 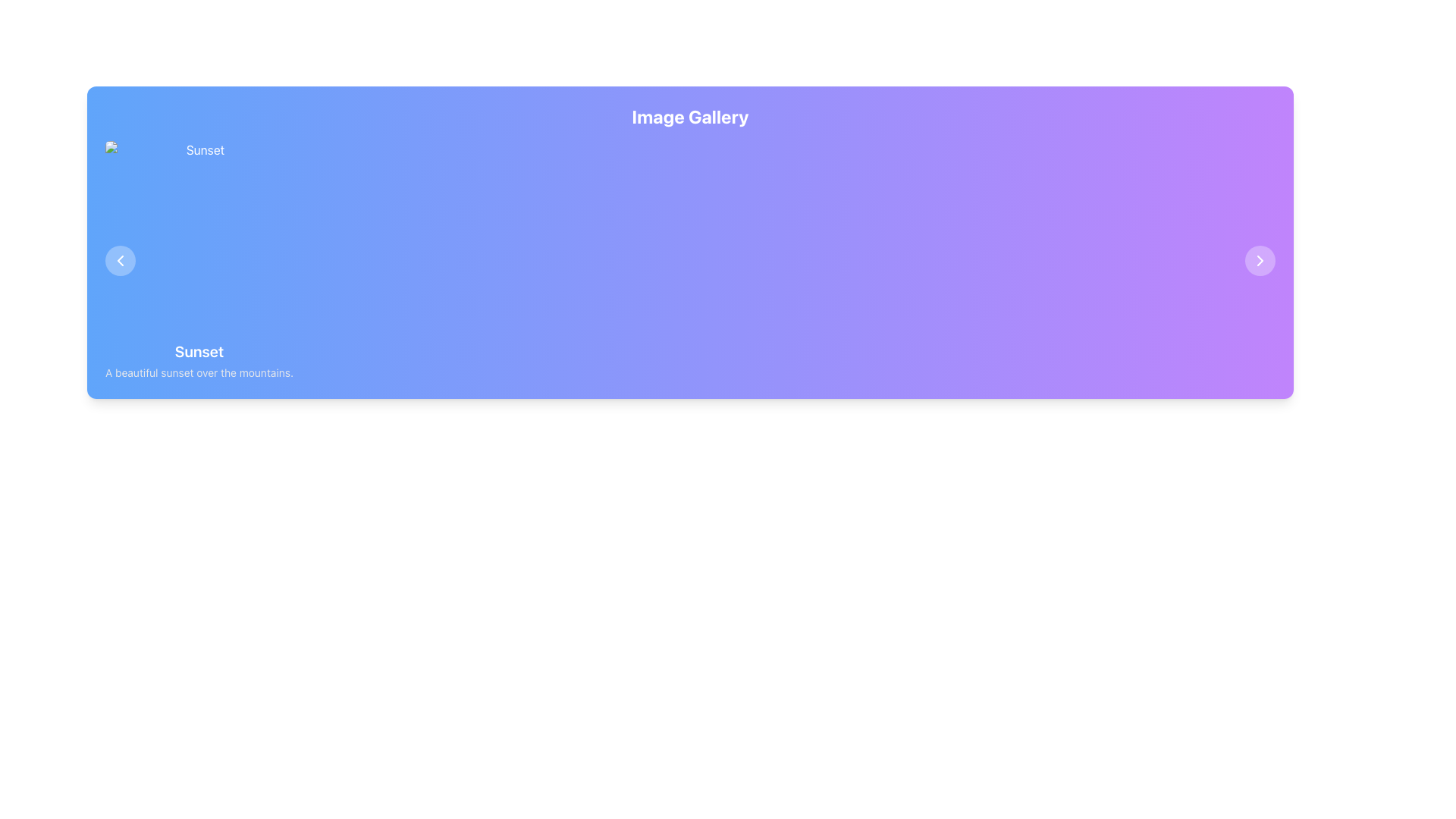 I want to click on the Arrow Icon located at the far-right side of the navigation panel to move to the next item in the gallery, so click(x=1260, y=259).